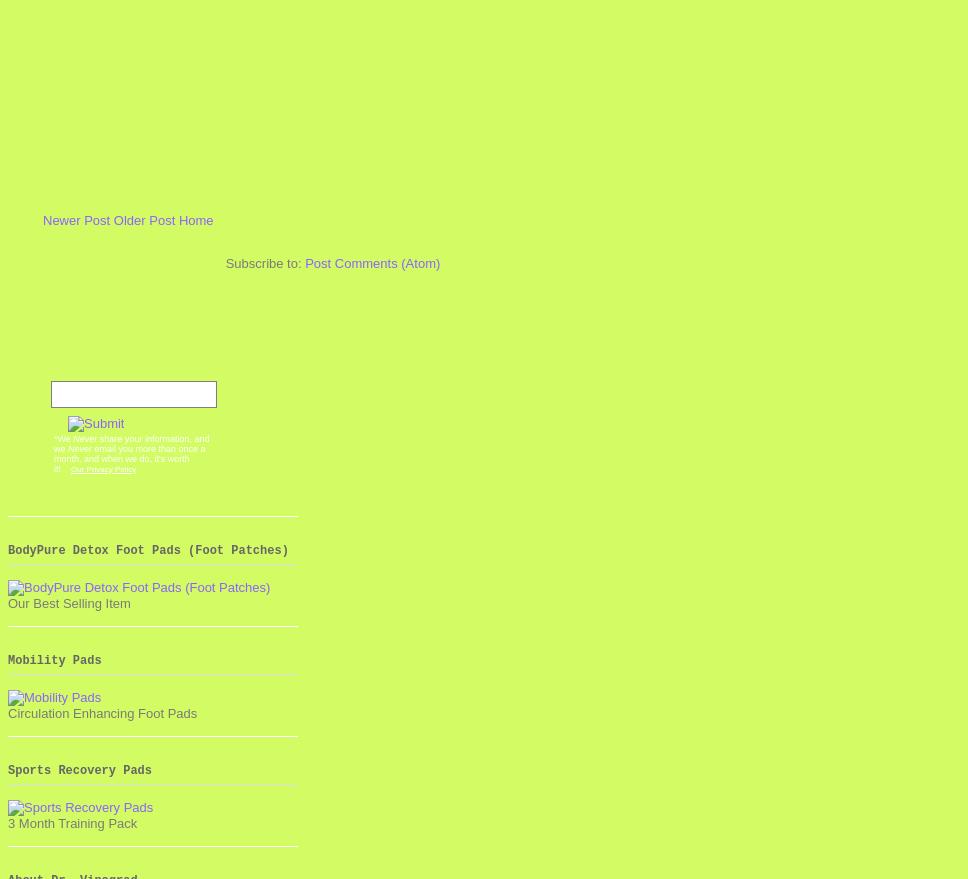  I want to click on 'Home', so click(195, 219).